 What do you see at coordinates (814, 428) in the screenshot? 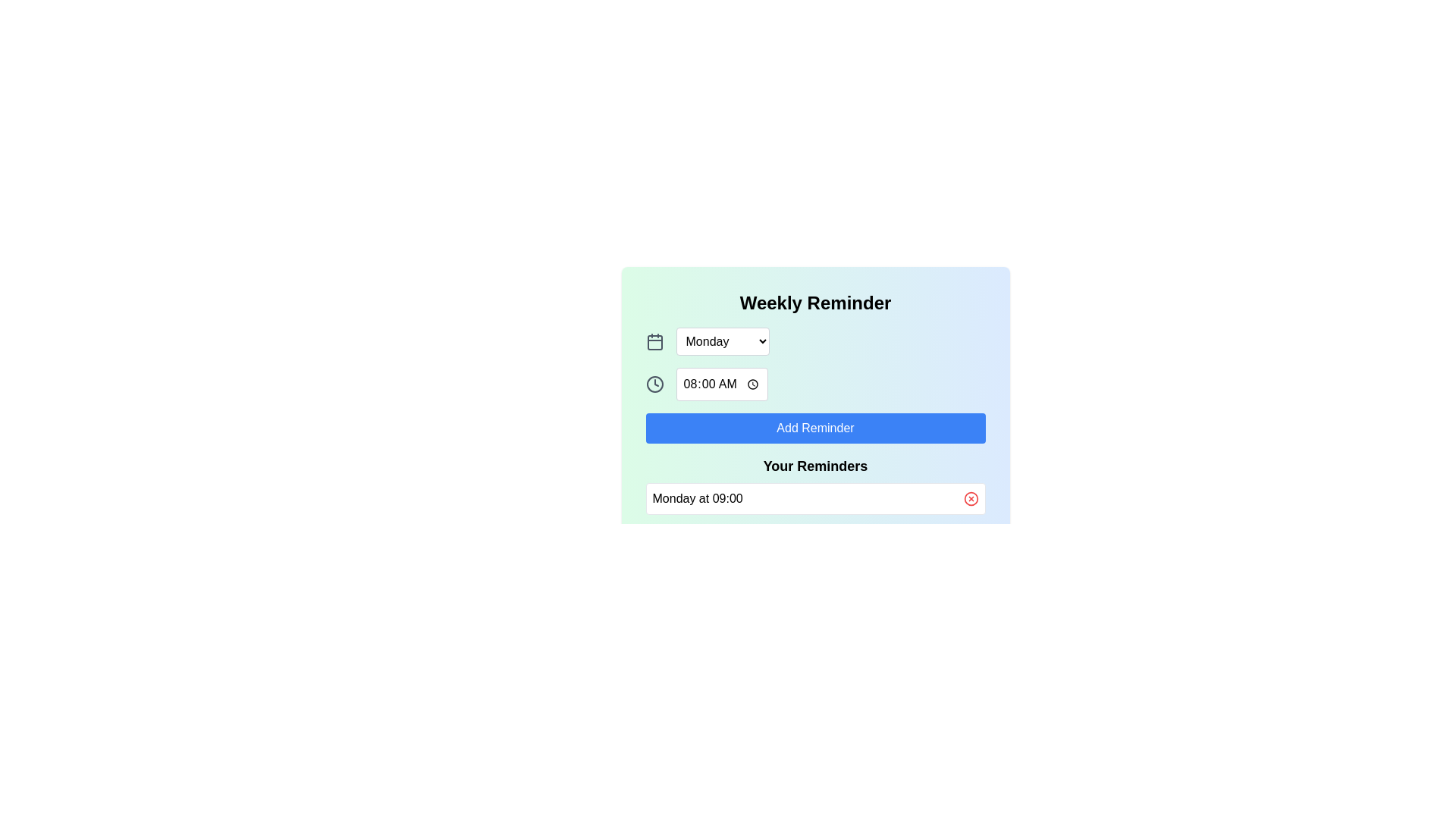
I see `the 'Add Reminder' button with a blue background and white text` at bounding box center [814, 428].